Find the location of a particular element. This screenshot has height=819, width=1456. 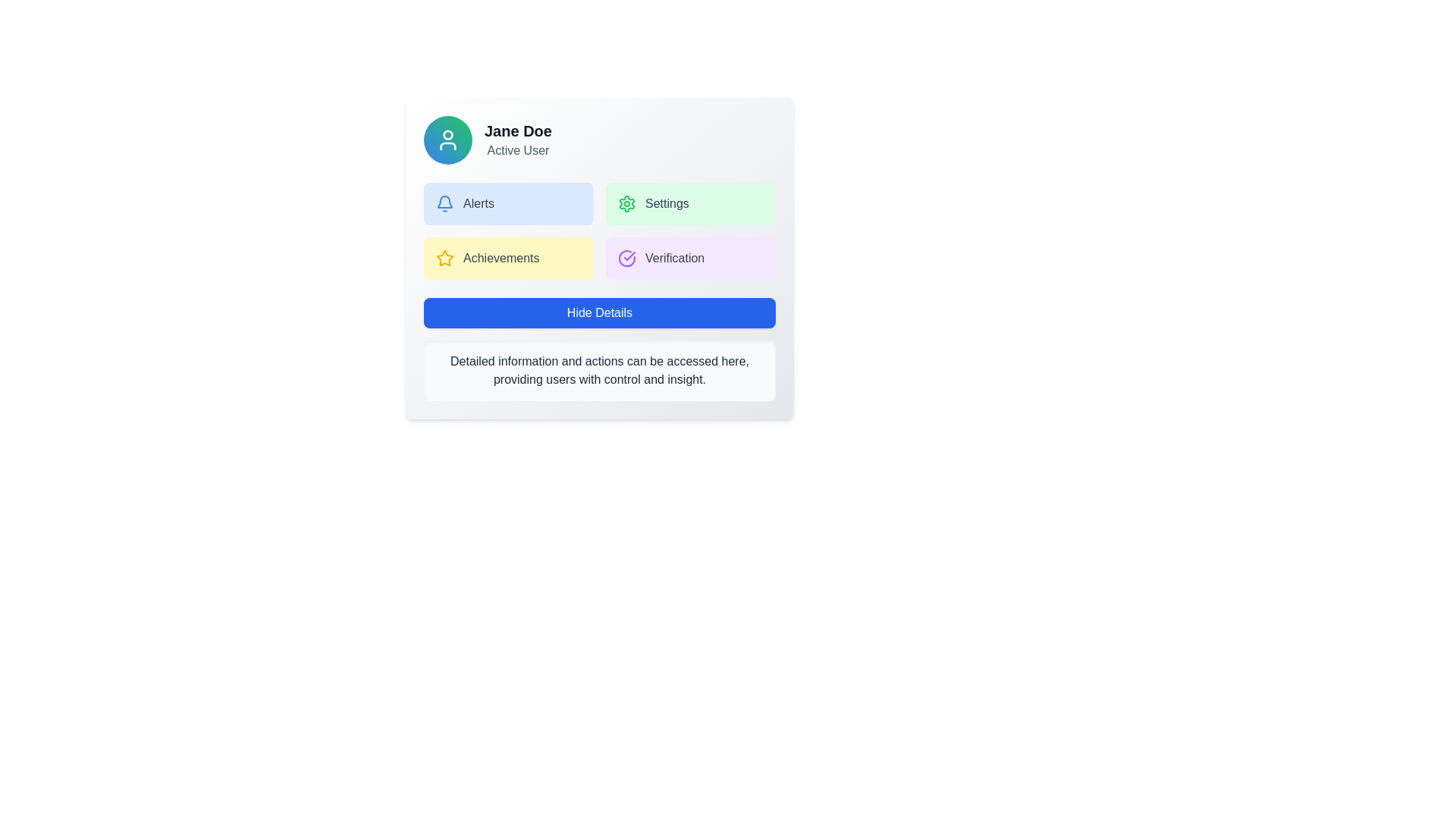

the alert notifications icon located inside the 'Alerts' button in the top-left corner of the four-button grid is located at coordinates (444, 203).